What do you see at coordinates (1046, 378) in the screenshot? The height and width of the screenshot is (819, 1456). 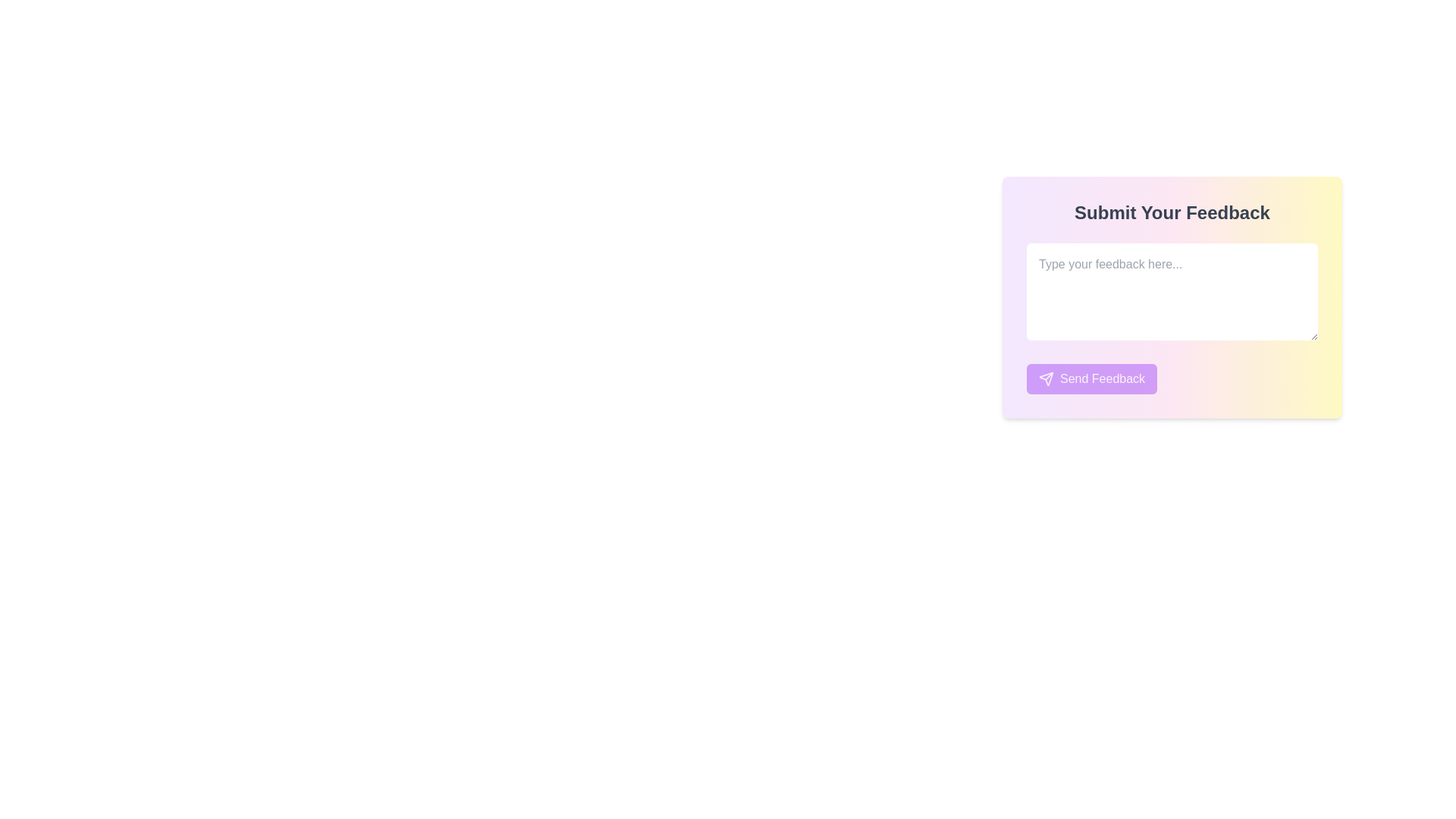 I see `the outlined send button icon resembling a paper airplane, located inside the 'Send Feedback' button, positioned to the left of the button's text` at bounding box center [1046, 378].